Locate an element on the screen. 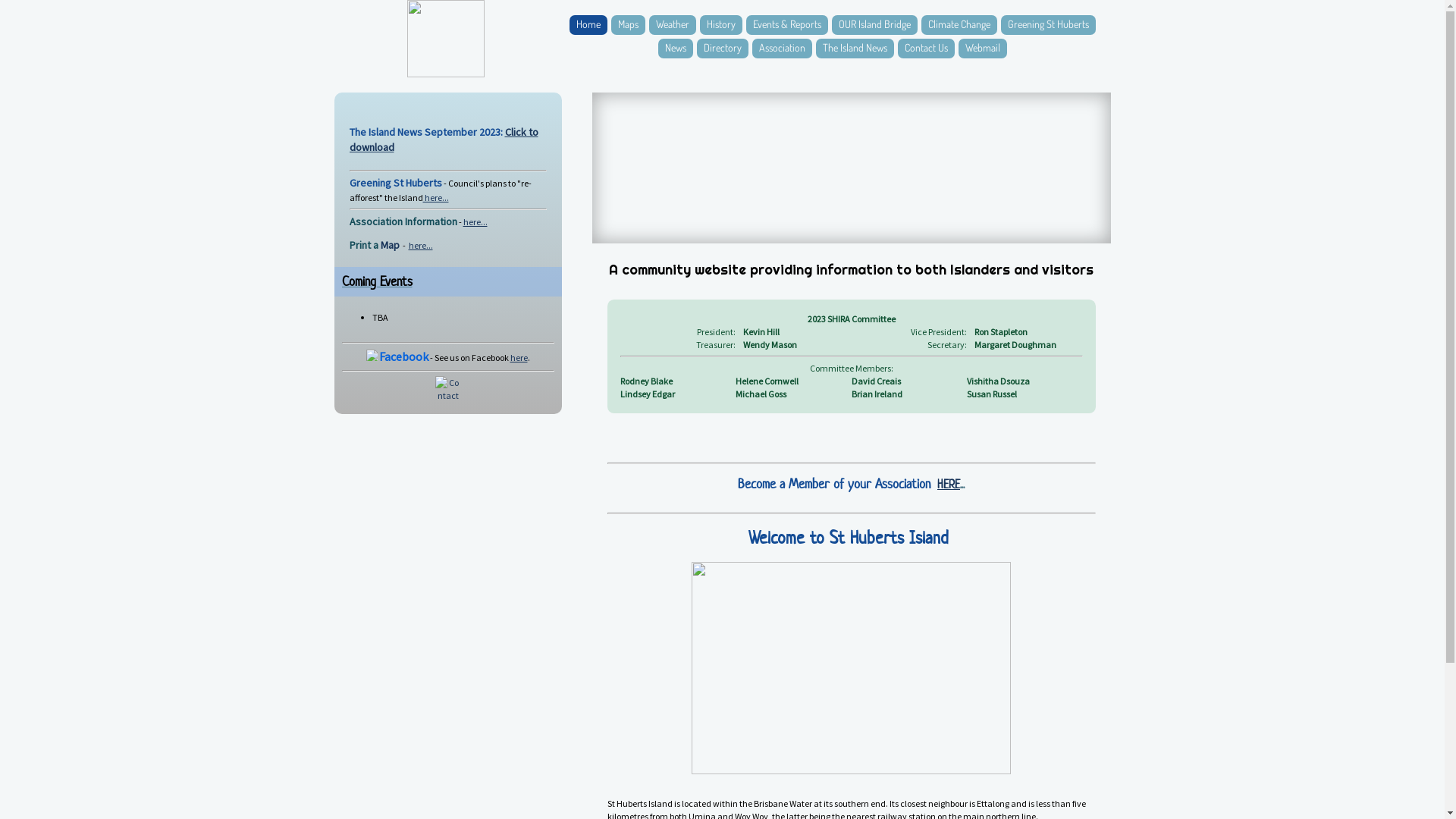 The height and width of the screenshot is (819, 1456). 'Coming Events' is located at coordinates (376, 281).